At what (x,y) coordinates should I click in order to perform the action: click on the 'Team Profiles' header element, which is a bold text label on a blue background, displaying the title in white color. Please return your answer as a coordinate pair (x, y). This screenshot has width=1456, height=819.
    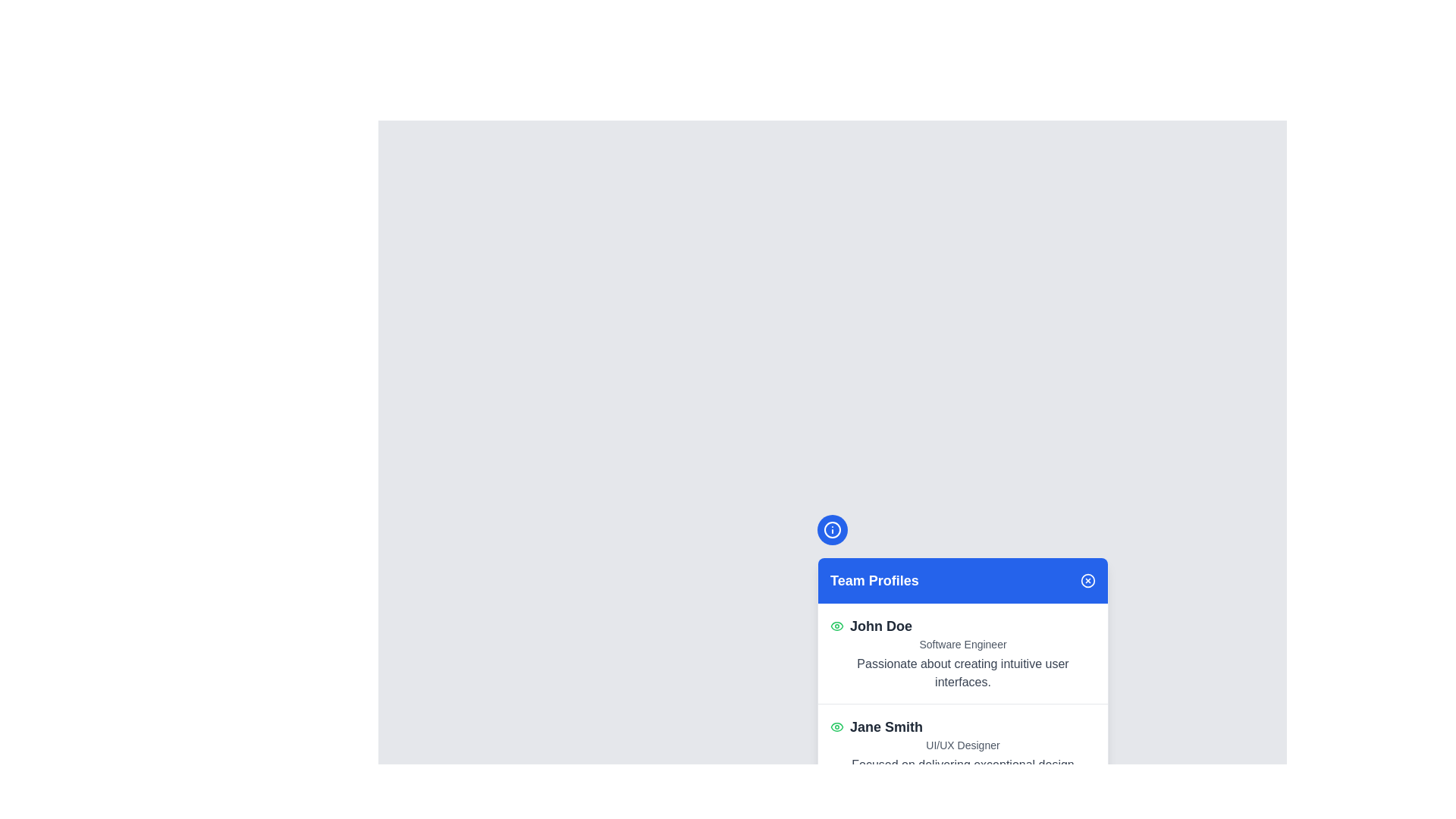
    Looking at the image, I should click on (874, 580).